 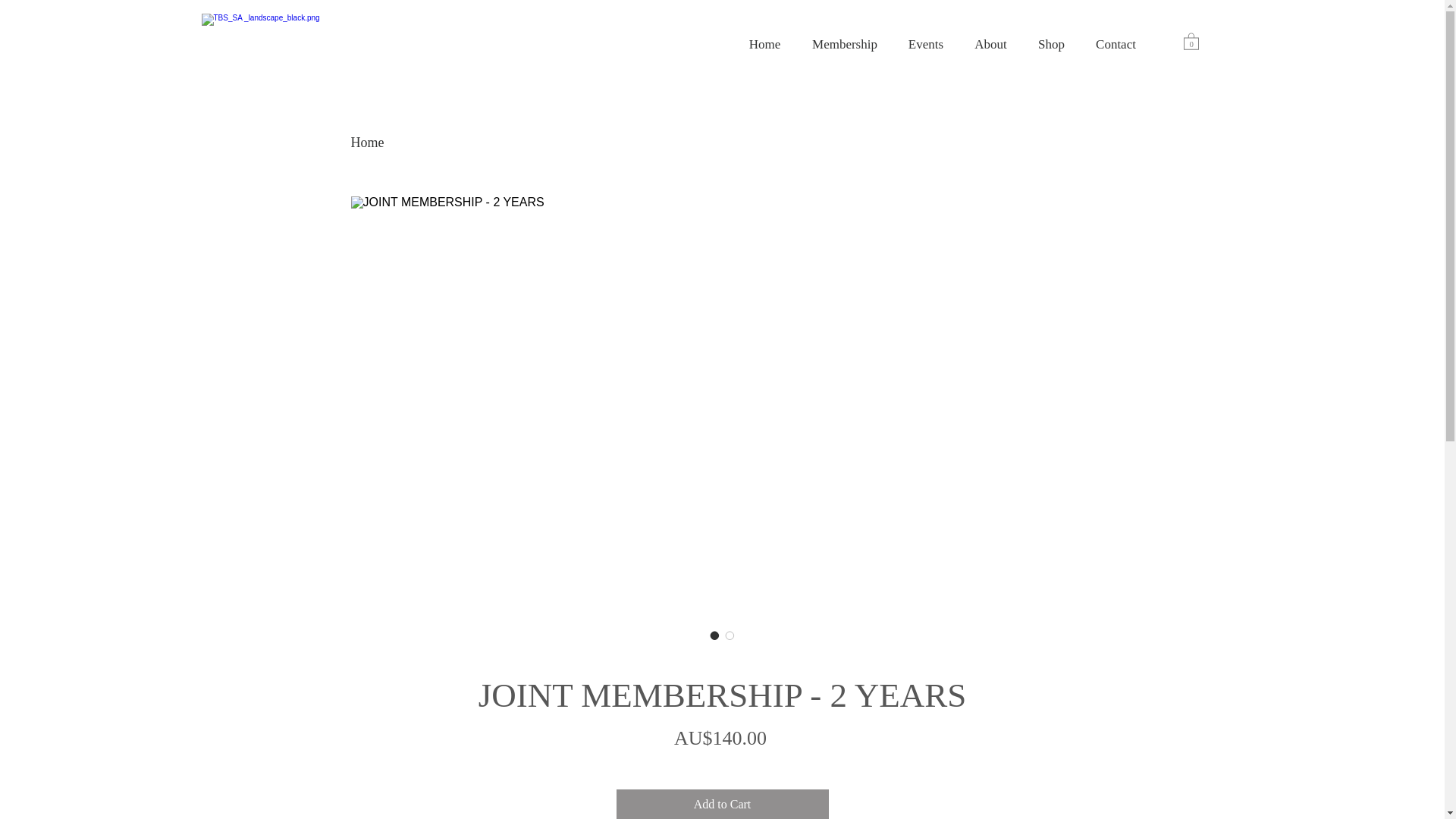 I want to click on '0', so click(x=1189, y=40).